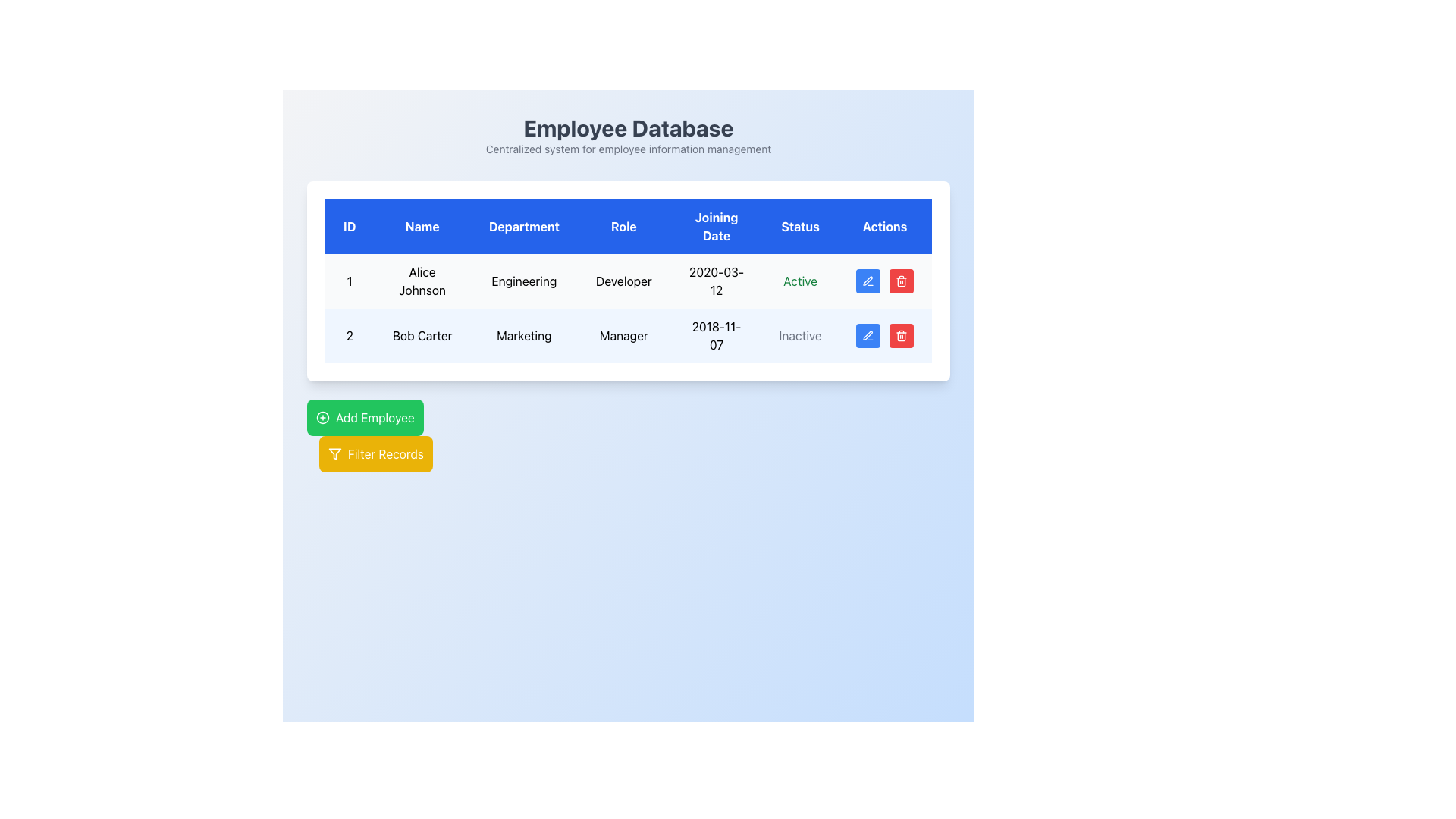 This screenshot has width=1456, height=819. What do you see at coordinates (365, 418) in the screenshot?
I see `the green 'Add Employee' button with rounded corners that has a white text label and a circular plus icon` at bounding box center [365, 418].